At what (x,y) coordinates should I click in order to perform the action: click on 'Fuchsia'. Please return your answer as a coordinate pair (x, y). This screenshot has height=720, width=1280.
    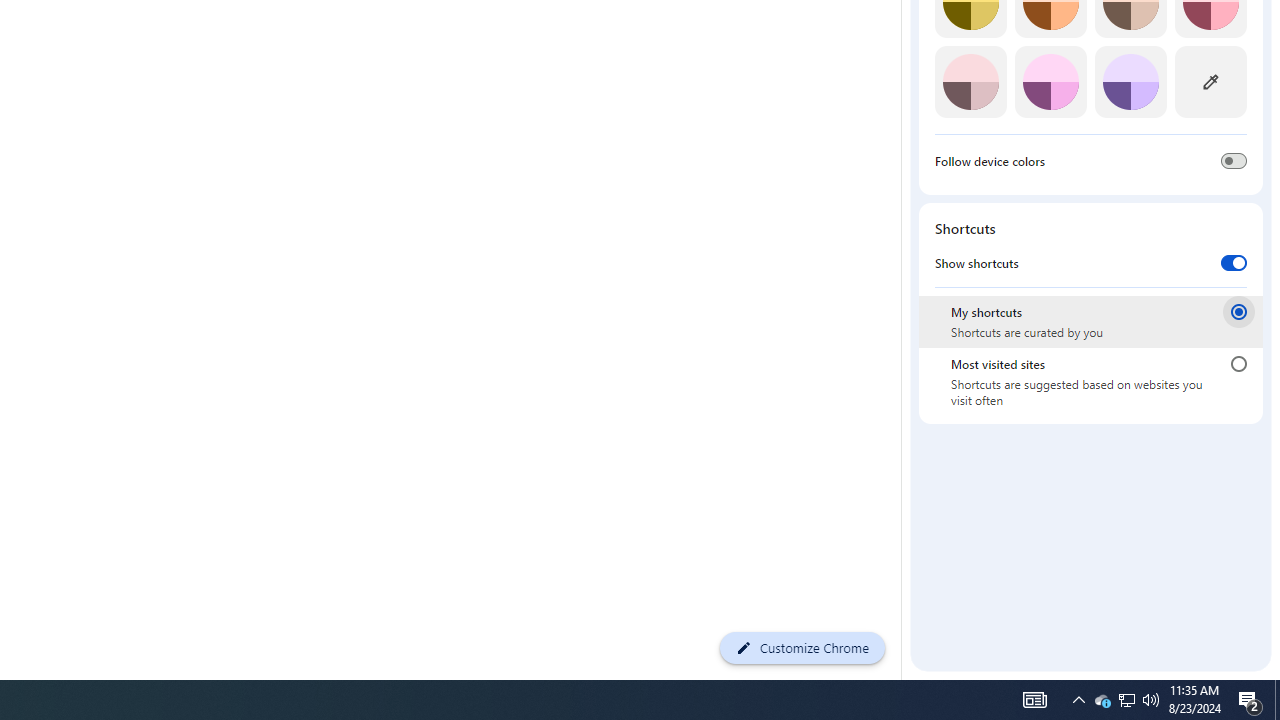
    Looking at the image, I should click on (1049, 81).